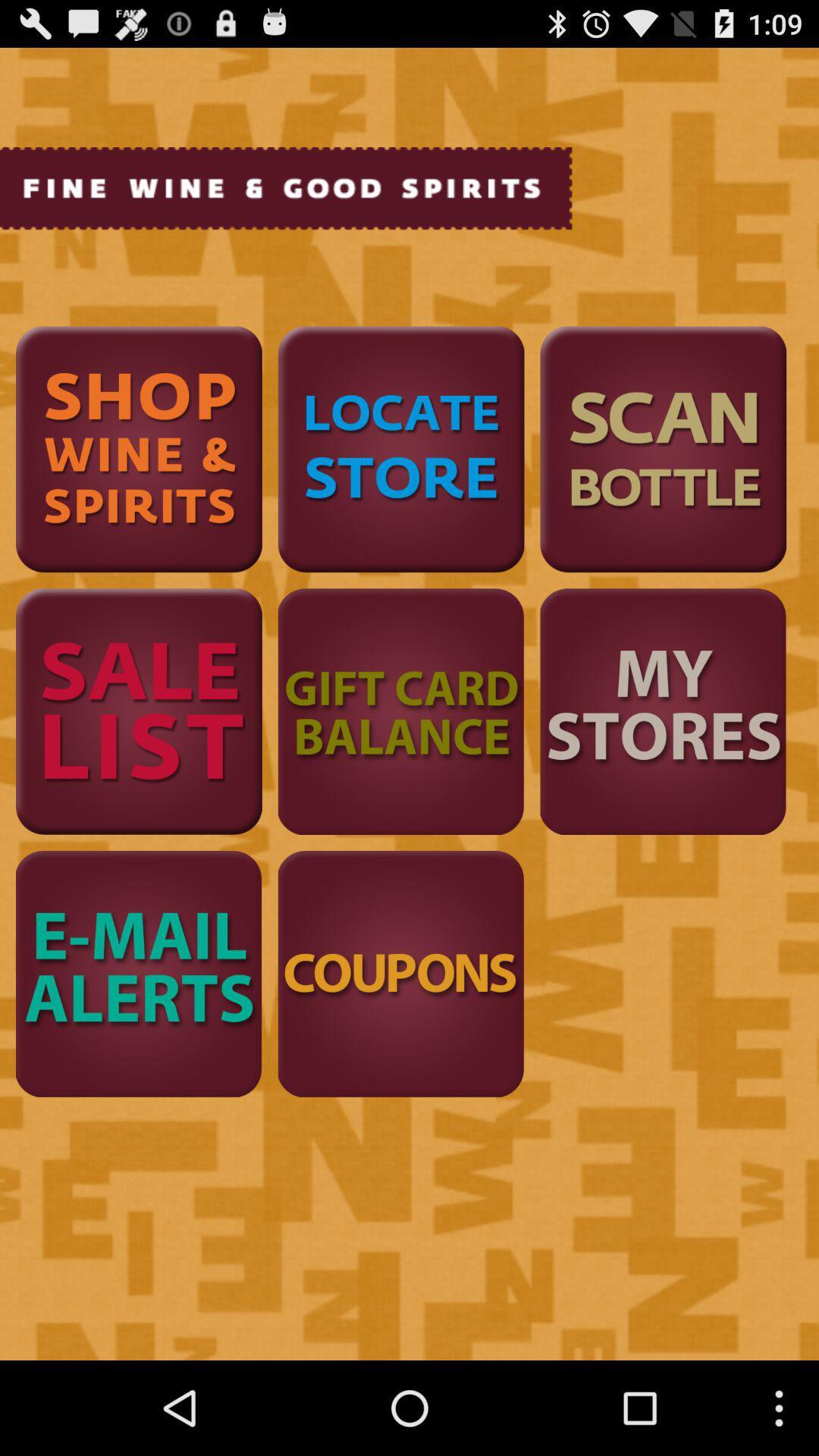 The height and width of the screenshot is (1456, 819). What do you see at coordinates (662, 711) in the screenshot?
I see `the my stories option` at bounding box center [662, 711].